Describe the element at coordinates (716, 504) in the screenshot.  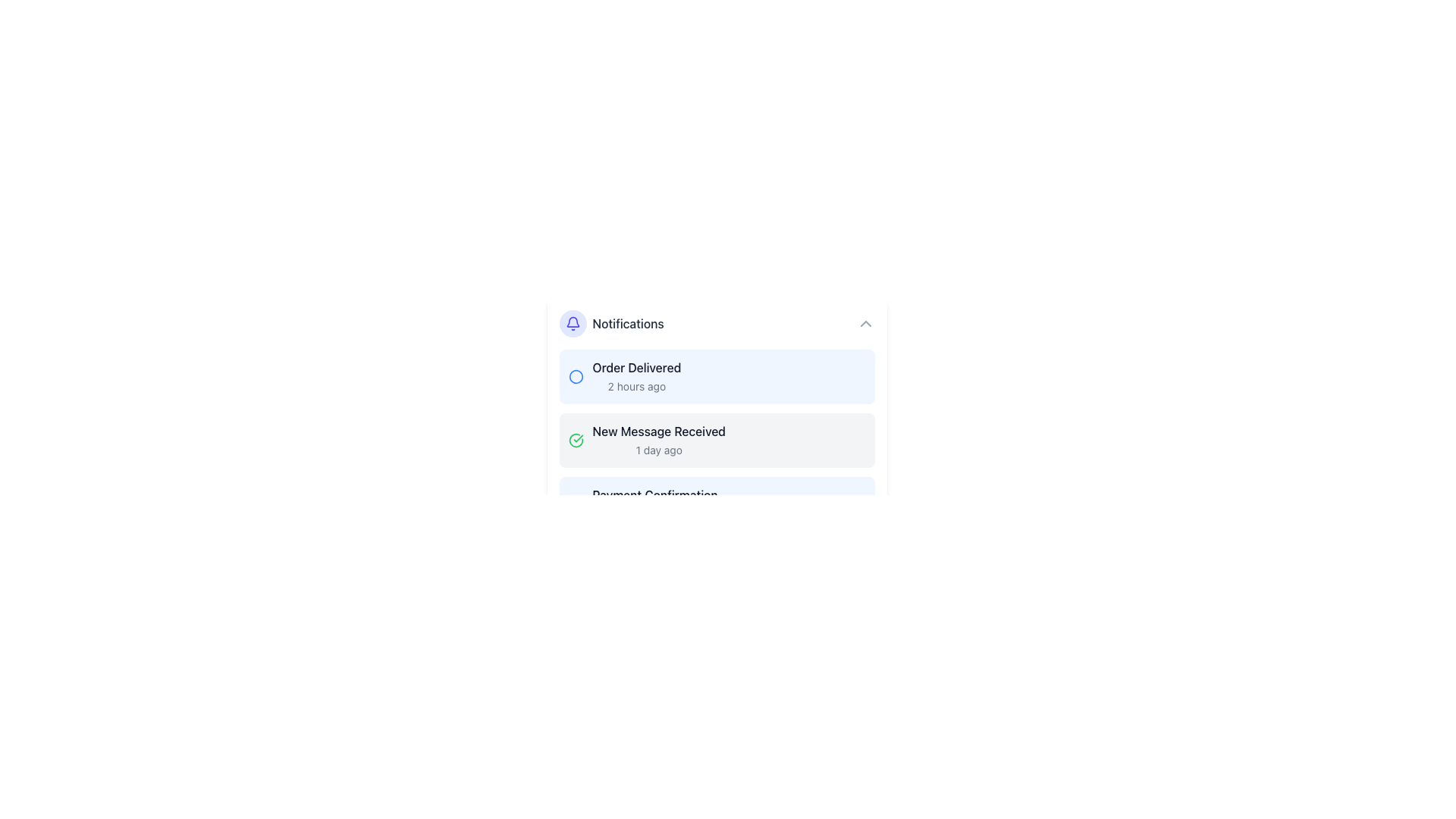
I see `the Notification Item displaying 'Payment Confirmation' with a light blue background, located in the third position of the notification list` at that location.